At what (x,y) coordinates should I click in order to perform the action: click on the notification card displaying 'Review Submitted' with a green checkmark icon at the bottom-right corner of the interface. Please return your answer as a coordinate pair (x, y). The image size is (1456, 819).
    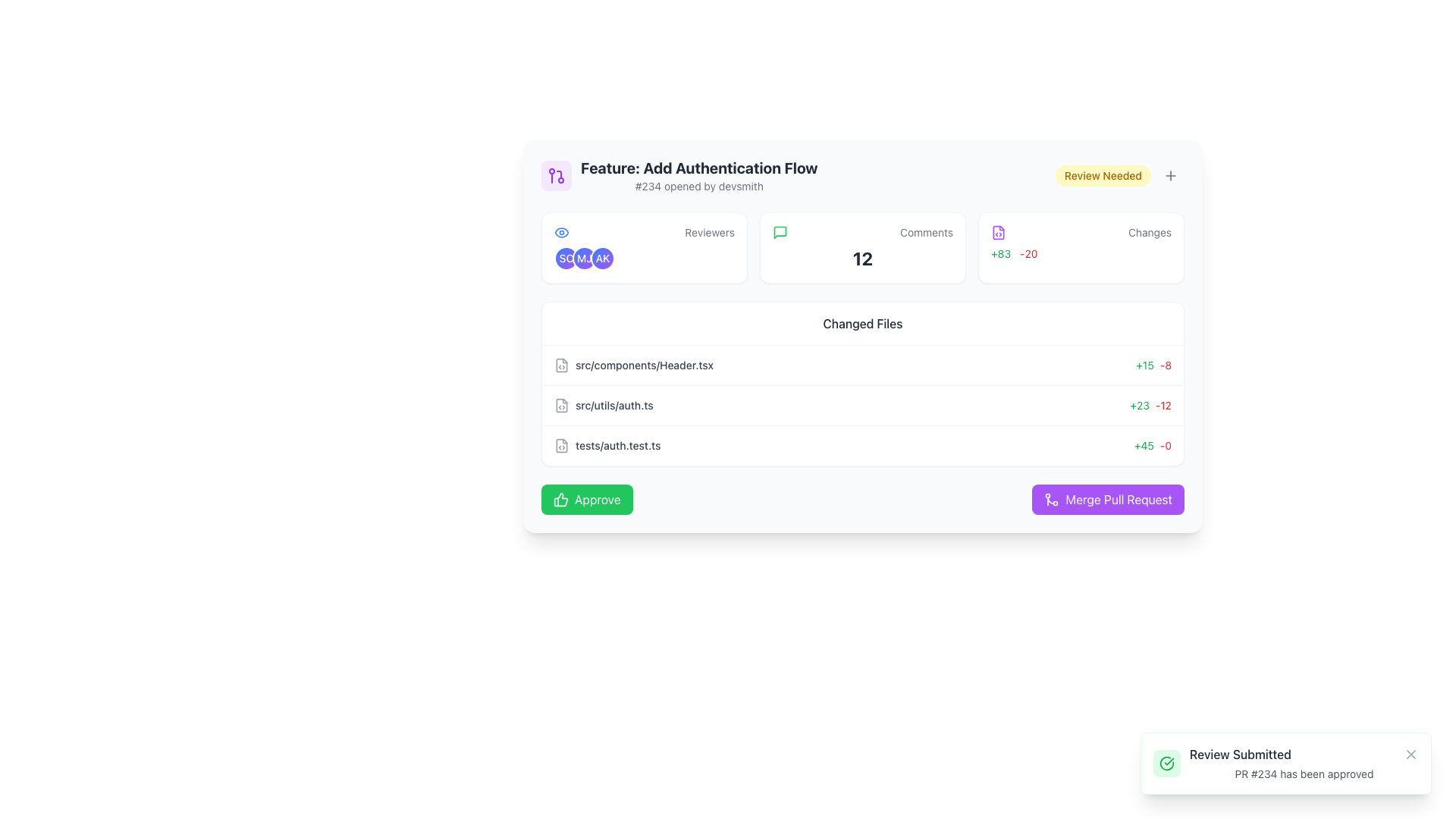
    Looking at the image, I should click on (1285, 763).